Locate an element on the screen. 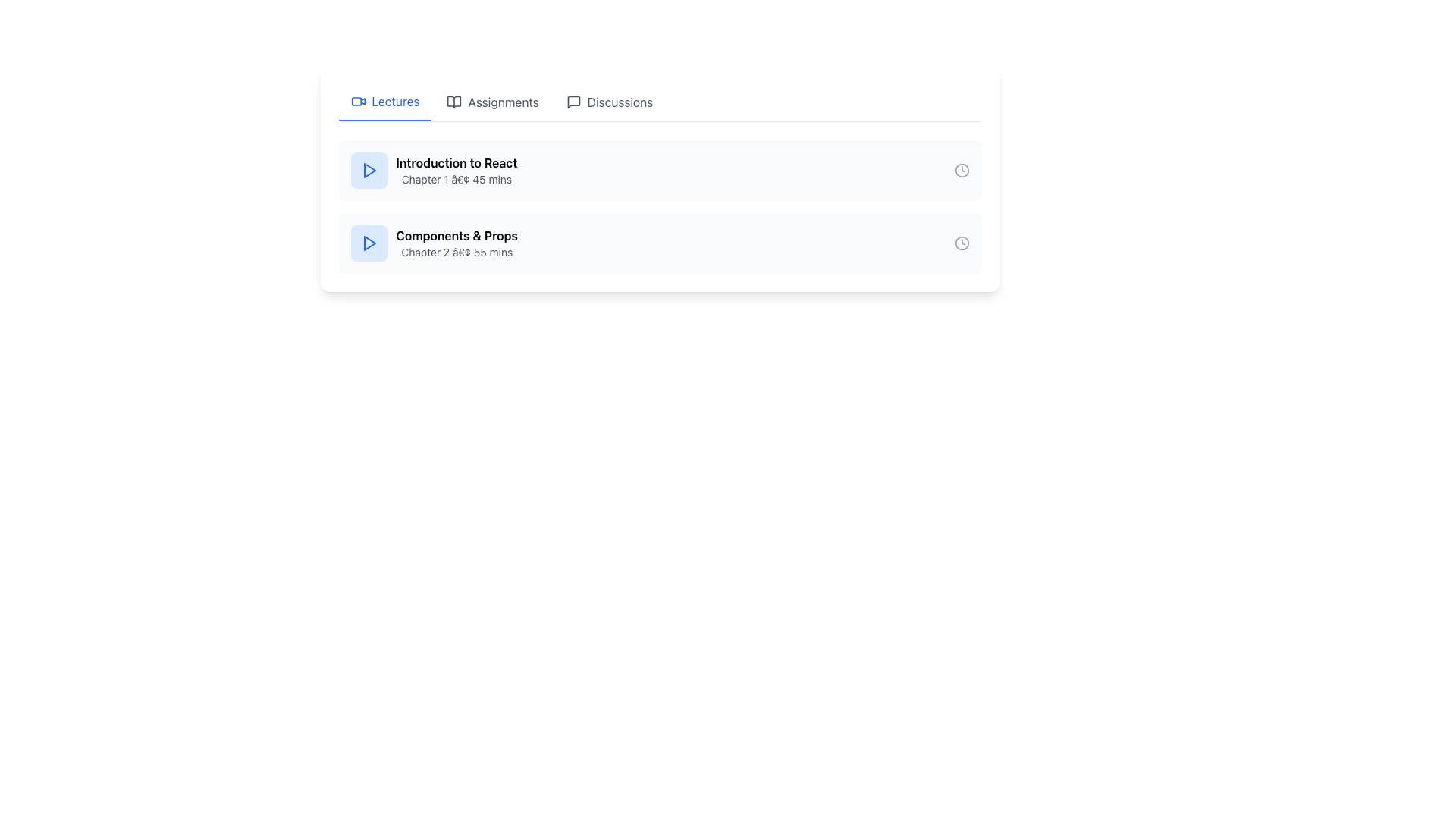  the blue video camera icon located to the left of the 'Lectures' label in the upper portion of the display content area is located at coordinates (357, 102).